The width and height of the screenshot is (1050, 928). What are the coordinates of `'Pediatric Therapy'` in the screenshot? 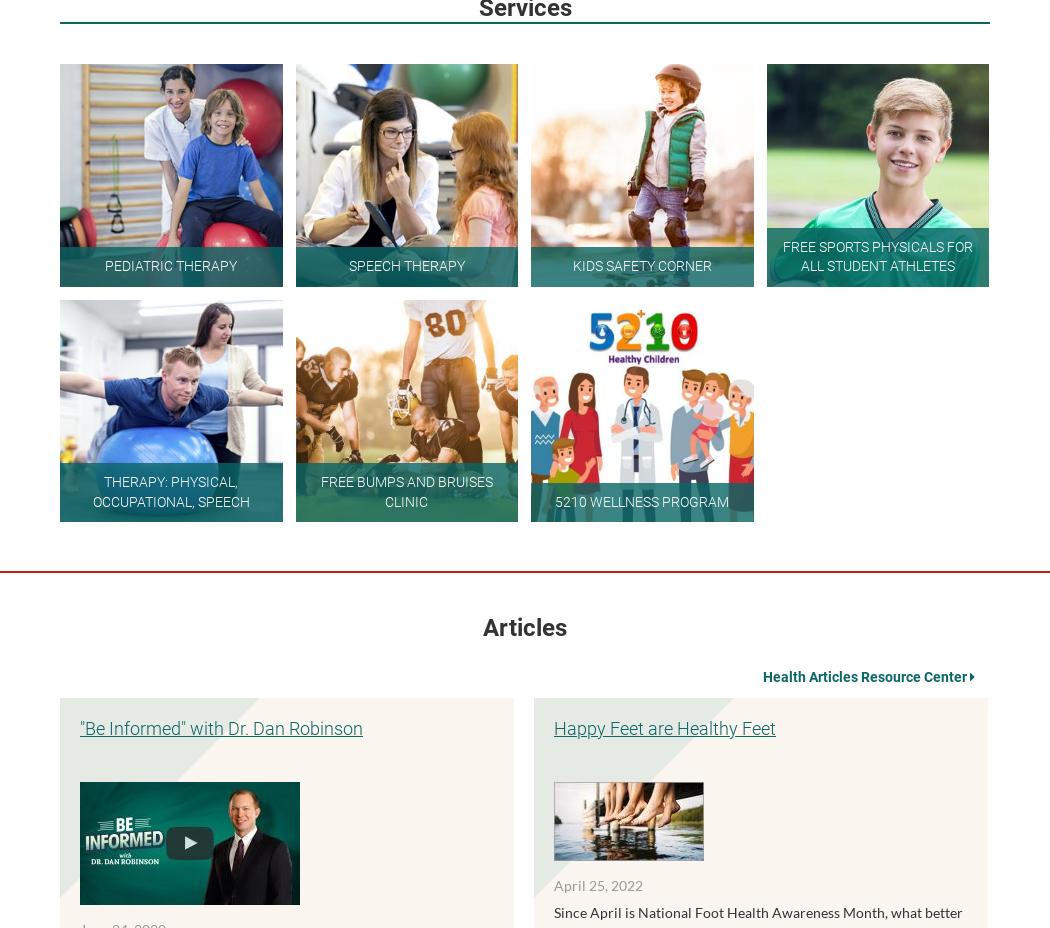 It's located at (171, 264).